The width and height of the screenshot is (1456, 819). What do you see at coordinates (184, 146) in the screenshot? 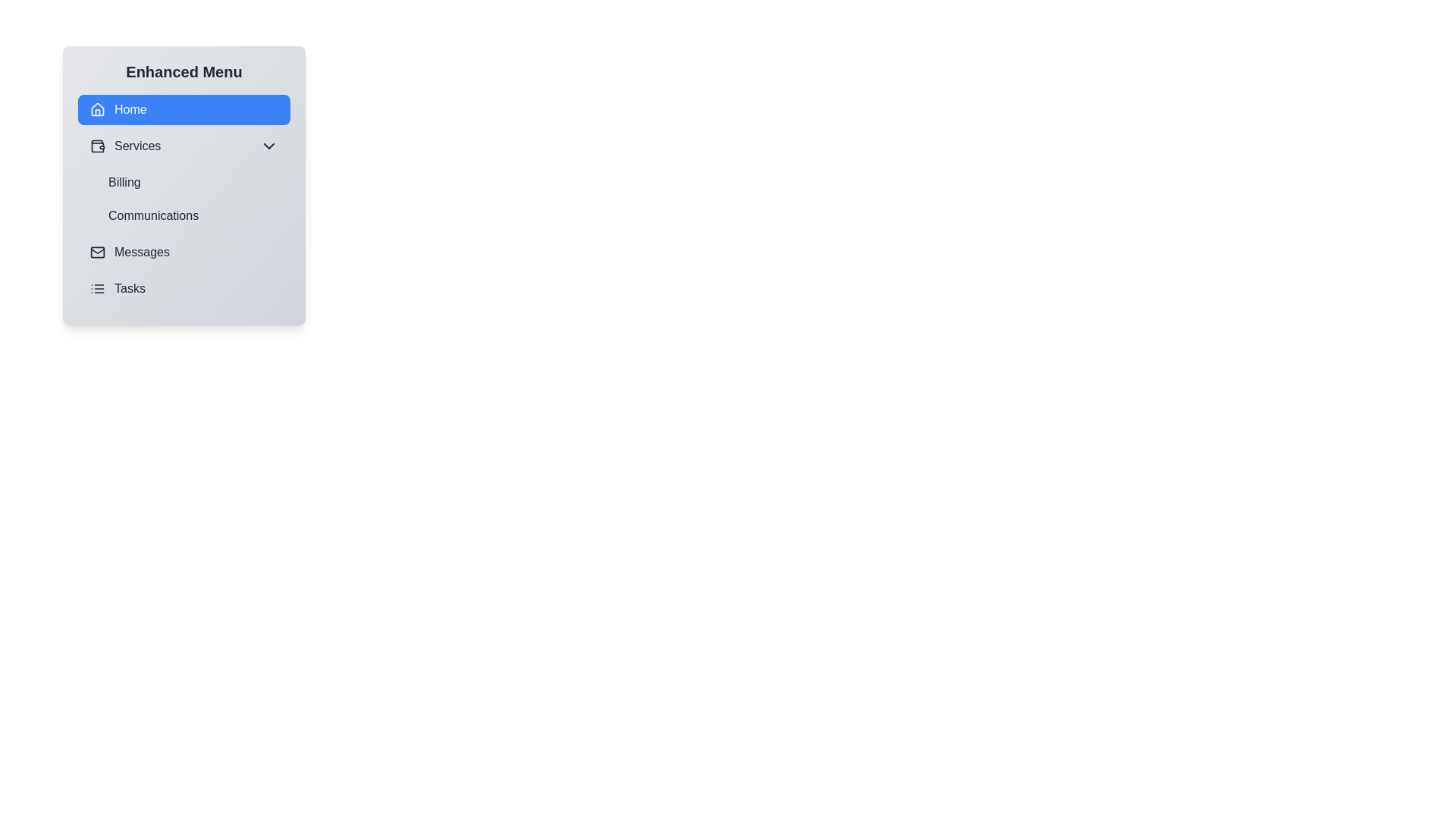
I see `the 'Services' button` at bounding box center [184, 146].